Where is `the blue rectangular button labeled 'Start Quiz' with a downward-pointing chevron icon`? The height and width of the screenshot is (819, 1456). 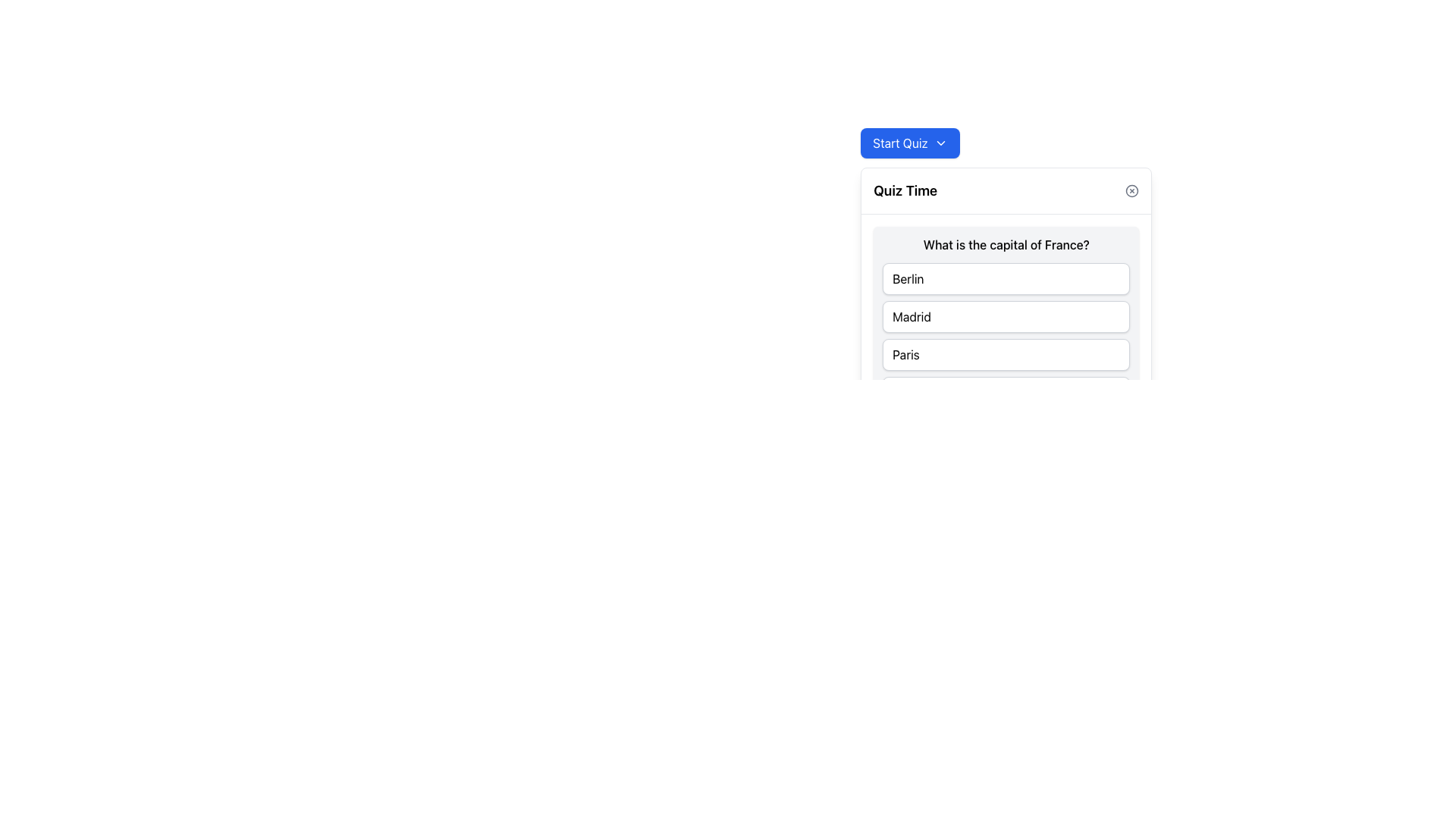
the blue rectangular button labeled 'Start Quiz' with a downward-pointing chevron icon is located at coordinates (910, 143).